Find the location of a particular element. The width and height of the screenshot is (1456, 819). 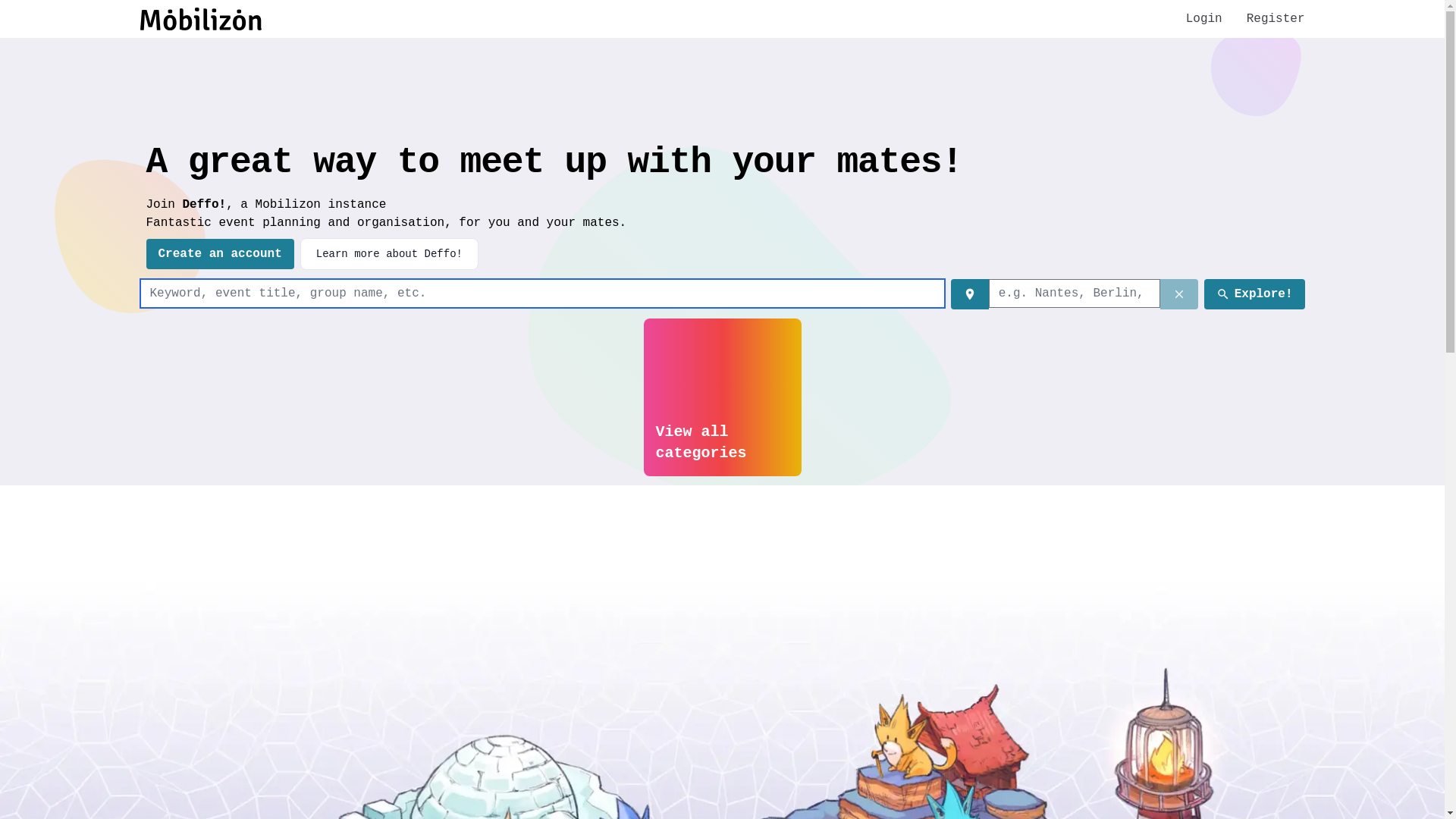

'Learn more about Deffo!' is located at coordinates (389, 253).